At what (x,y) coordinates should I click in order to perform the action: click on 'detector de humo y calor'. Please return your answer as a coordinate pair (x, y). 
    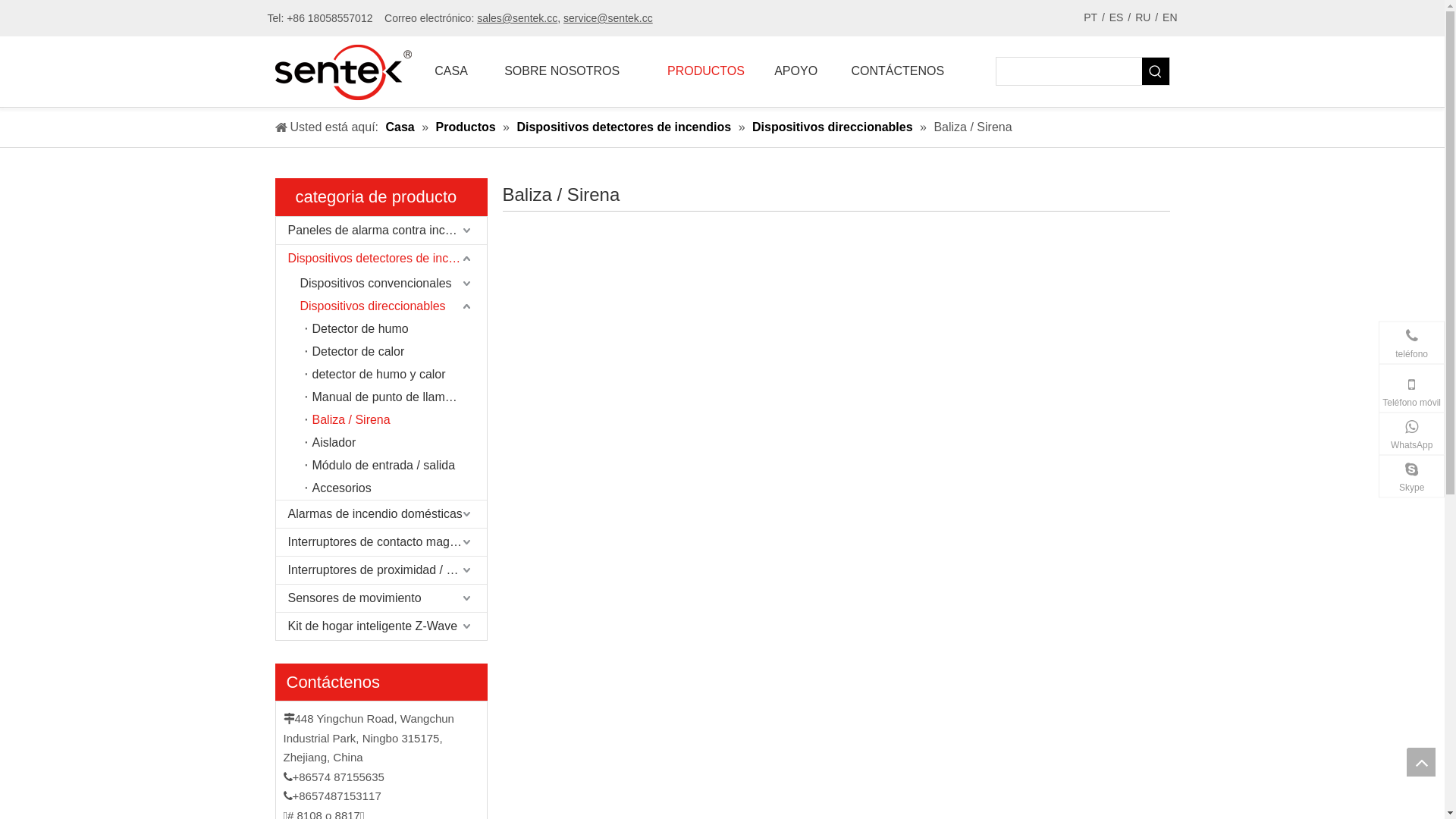
    Looking at the image, I should click on (396, 374).